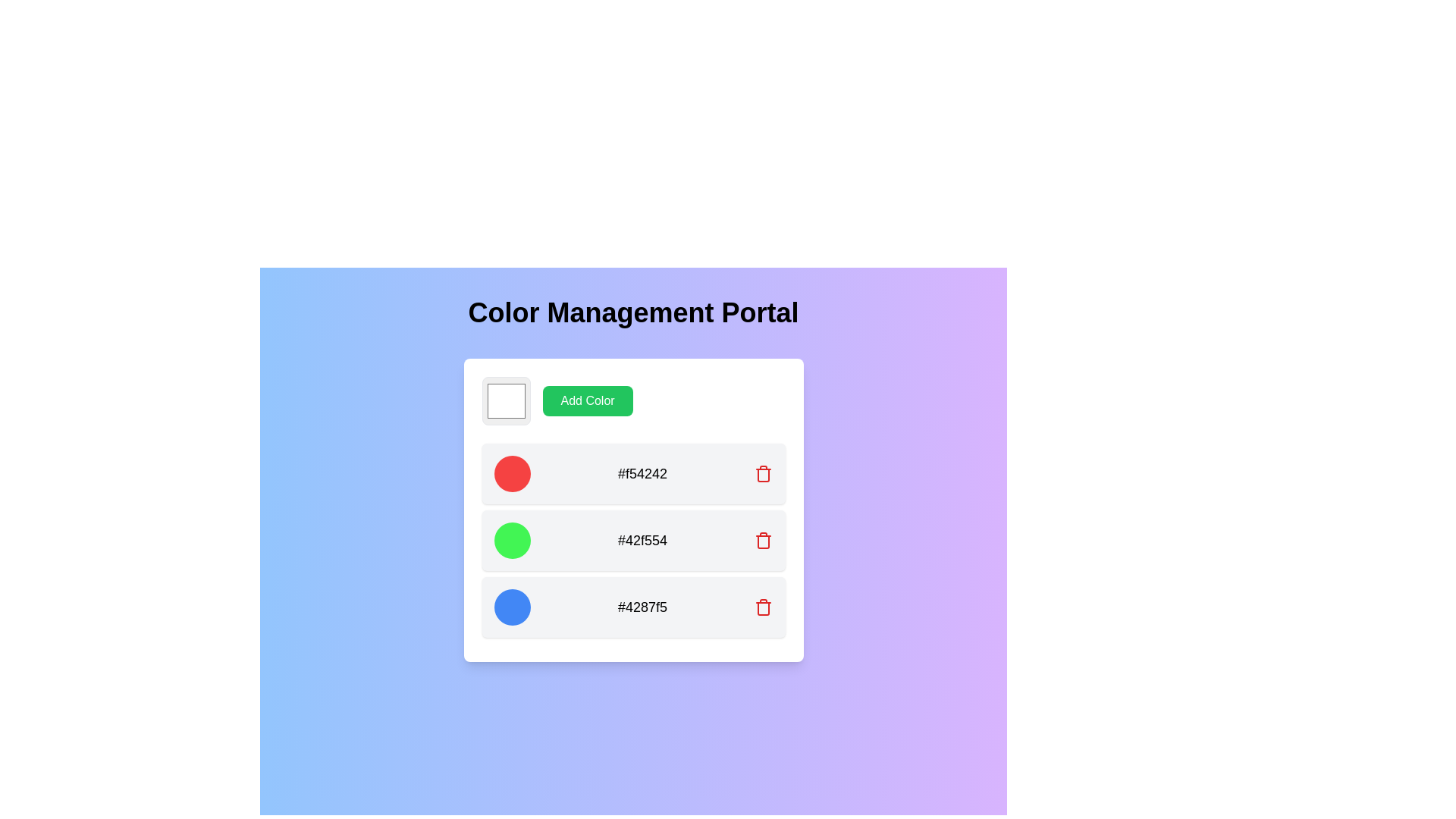 The image size is (1456, 819). What do you see at coordinates (642, 607) in the screenshot?
I see `the Static Text Display showing the text '#4287f5', which is styled with a large font and medium weight, located within the third entry of a vertically stacked list, positioned to the right of a blue circular visual and slightly left of a red trash can icon` at bounding box center [642, 607].